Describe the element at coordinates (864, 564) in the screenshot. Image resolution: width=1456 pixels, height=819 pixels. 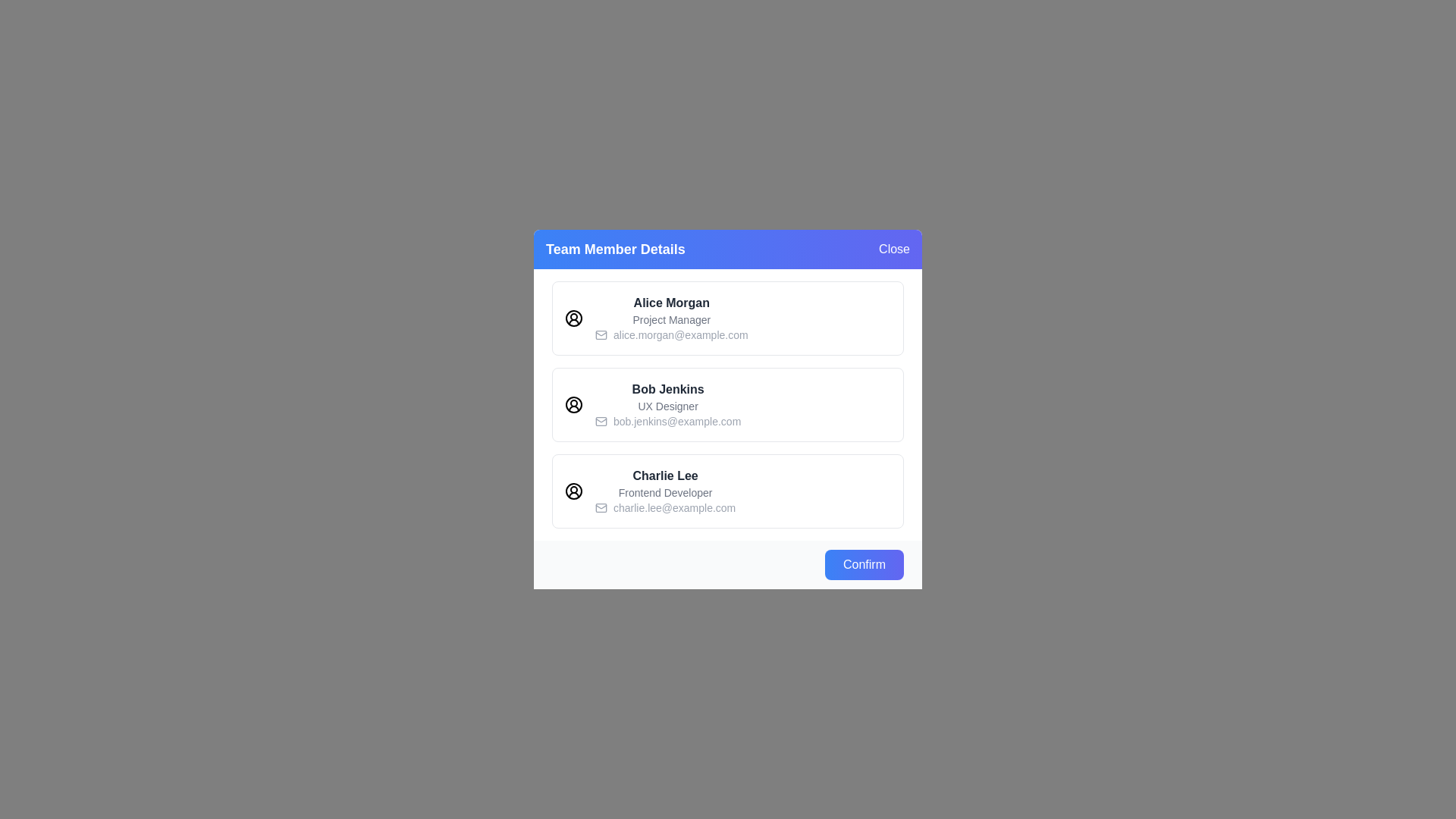
I see `the confirm button located at the bottom-right corner of the modal dialog` at that location.